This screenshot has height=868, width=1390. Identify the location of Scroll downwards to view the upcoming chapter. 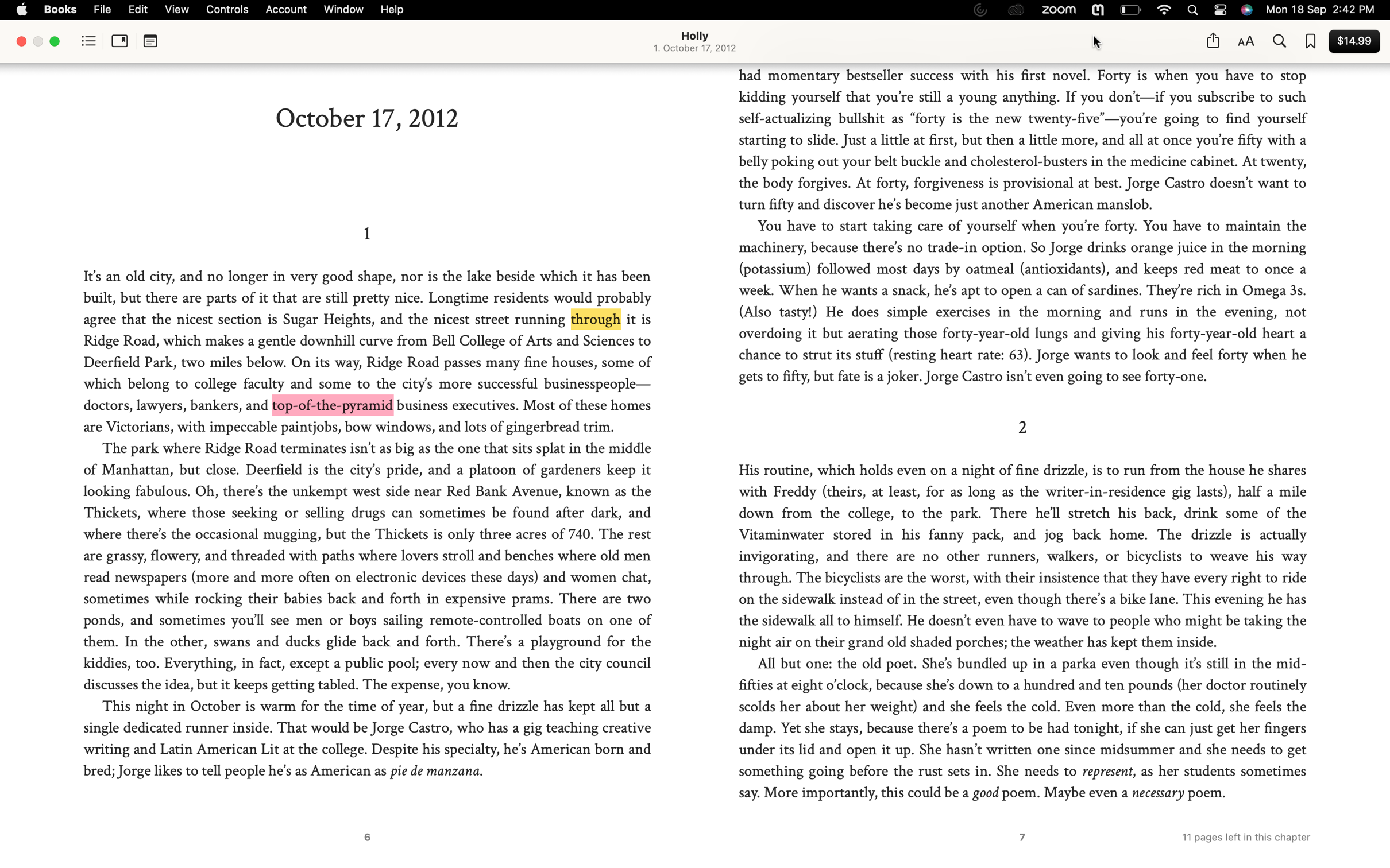
(289815, 87234).